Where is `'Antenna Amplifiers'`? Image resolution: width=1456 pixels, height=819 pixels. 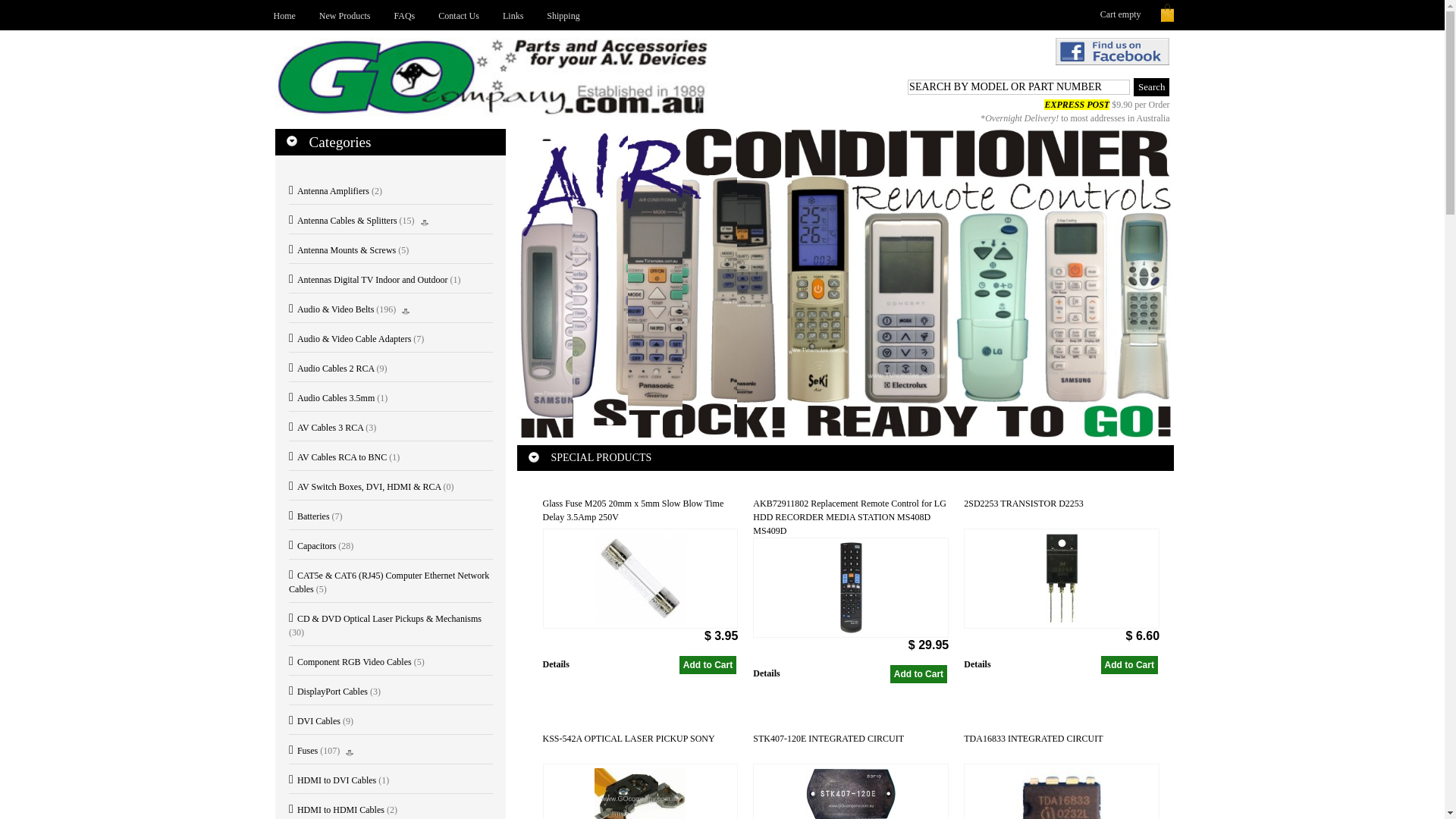
'Antenna Amplifiers' is located at coordinates (328, 190).